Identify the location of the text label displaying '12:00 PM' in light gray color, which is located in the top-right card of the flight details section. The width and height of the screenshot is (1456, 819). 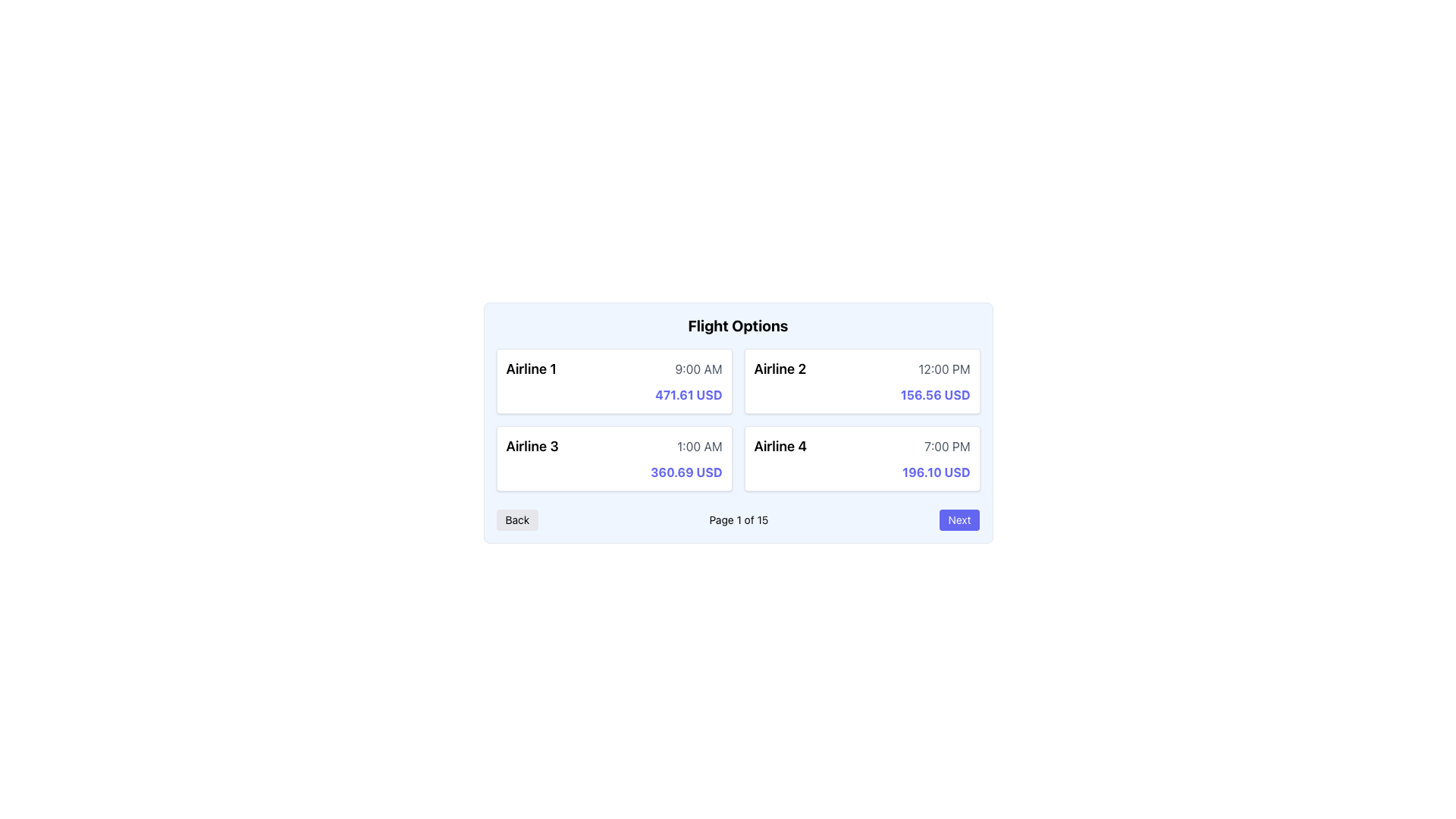
(943, 369).